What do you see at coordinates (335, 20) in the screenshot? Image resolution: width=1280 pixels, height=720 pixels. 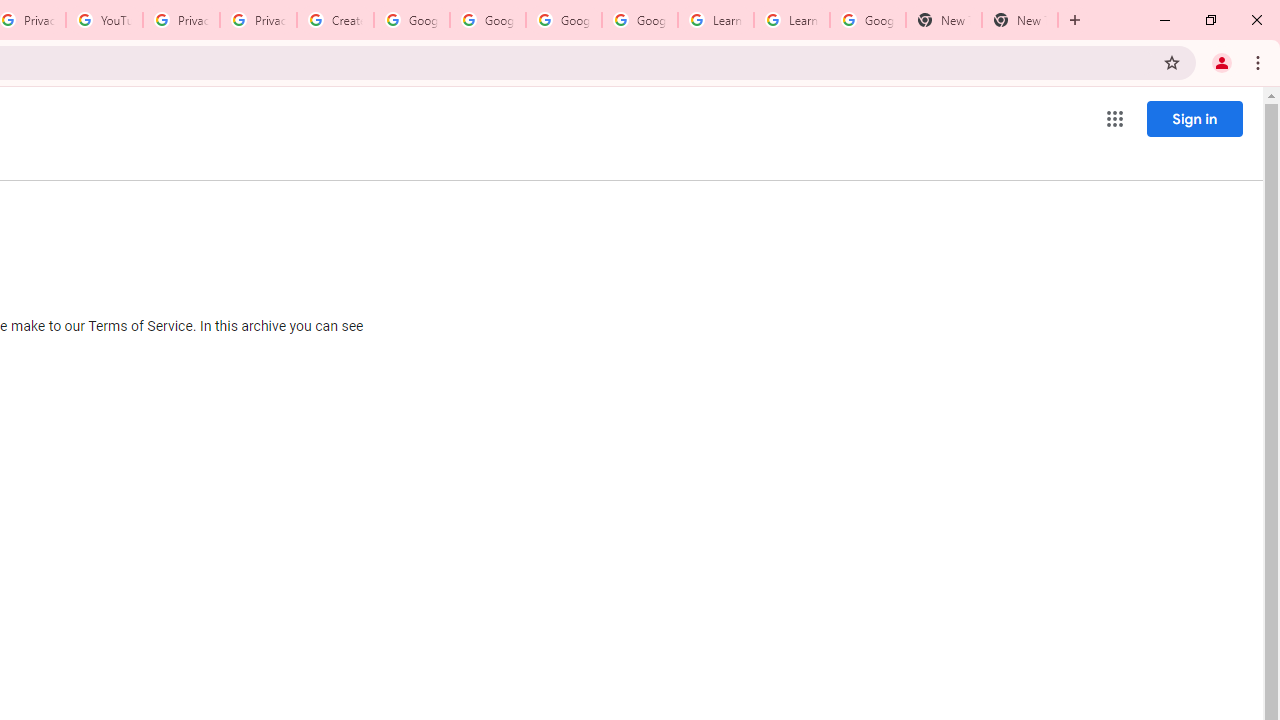 I see `'Create your Google Account'` at bounding box center [335, 20].